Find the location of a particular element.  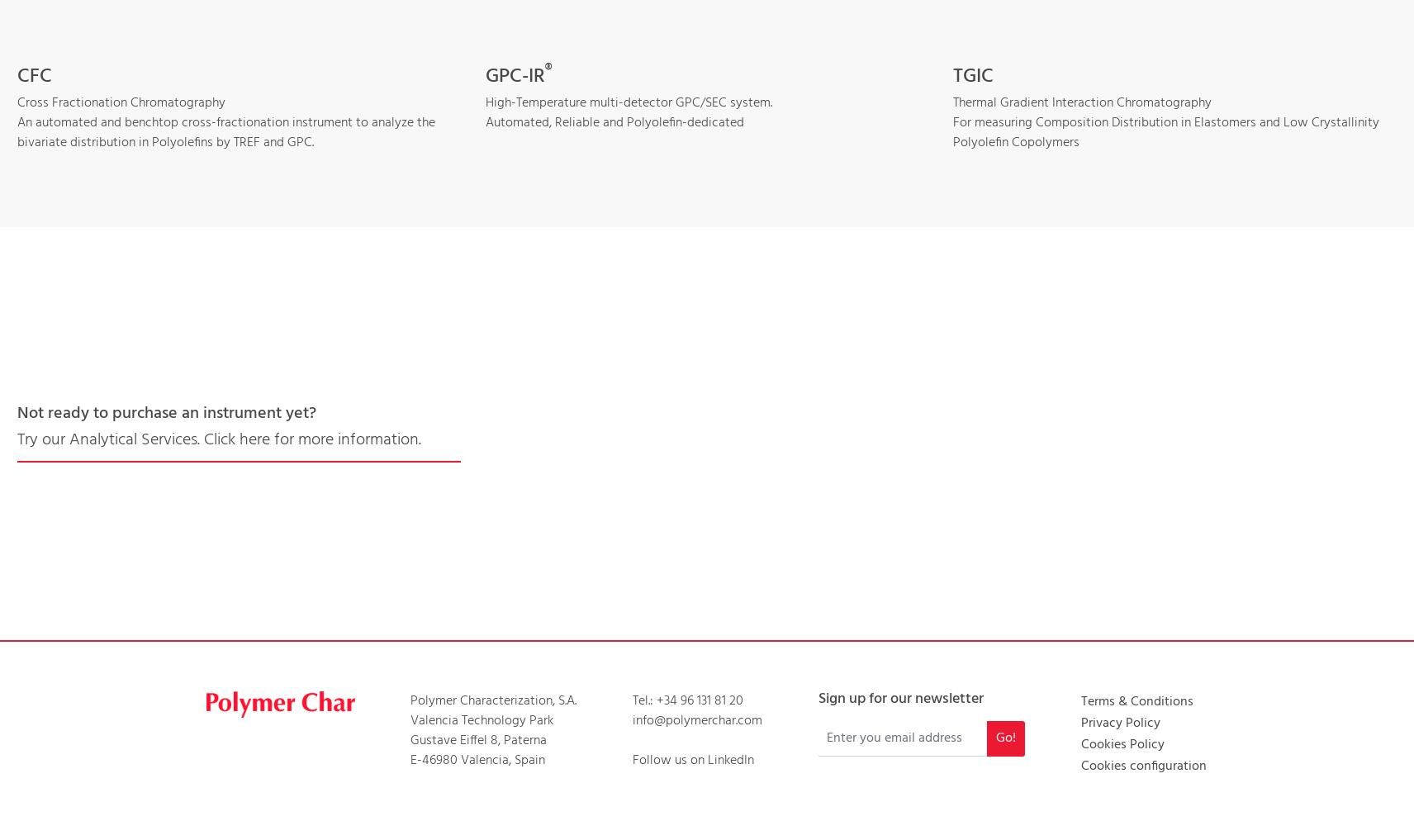

'Cross Fractionation Chromatography' is located at coordinates (121, 101).